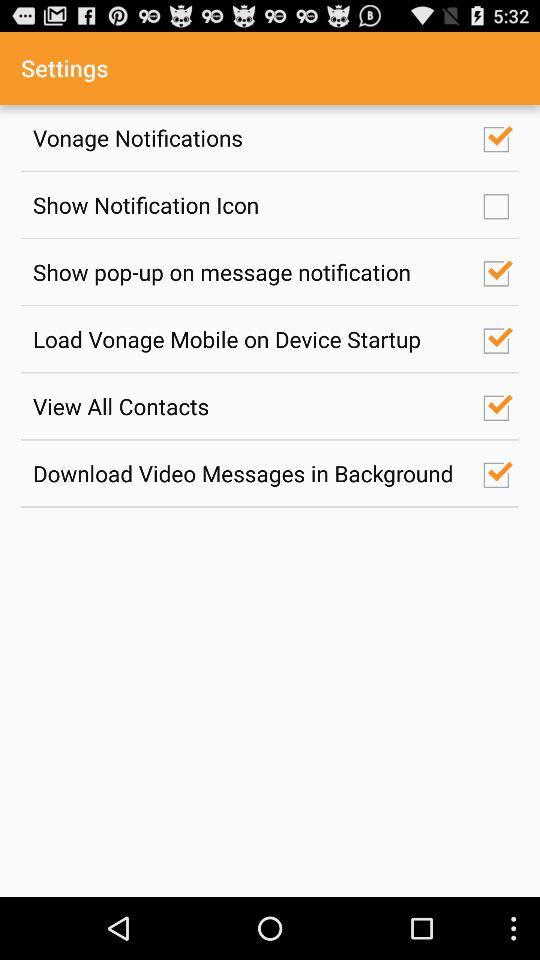 This screenshot has height=960, width=540. What do you see at coordinates (247, 473) in the screenshot?
I see `download video messages icon` at bounding box center [247, 473].